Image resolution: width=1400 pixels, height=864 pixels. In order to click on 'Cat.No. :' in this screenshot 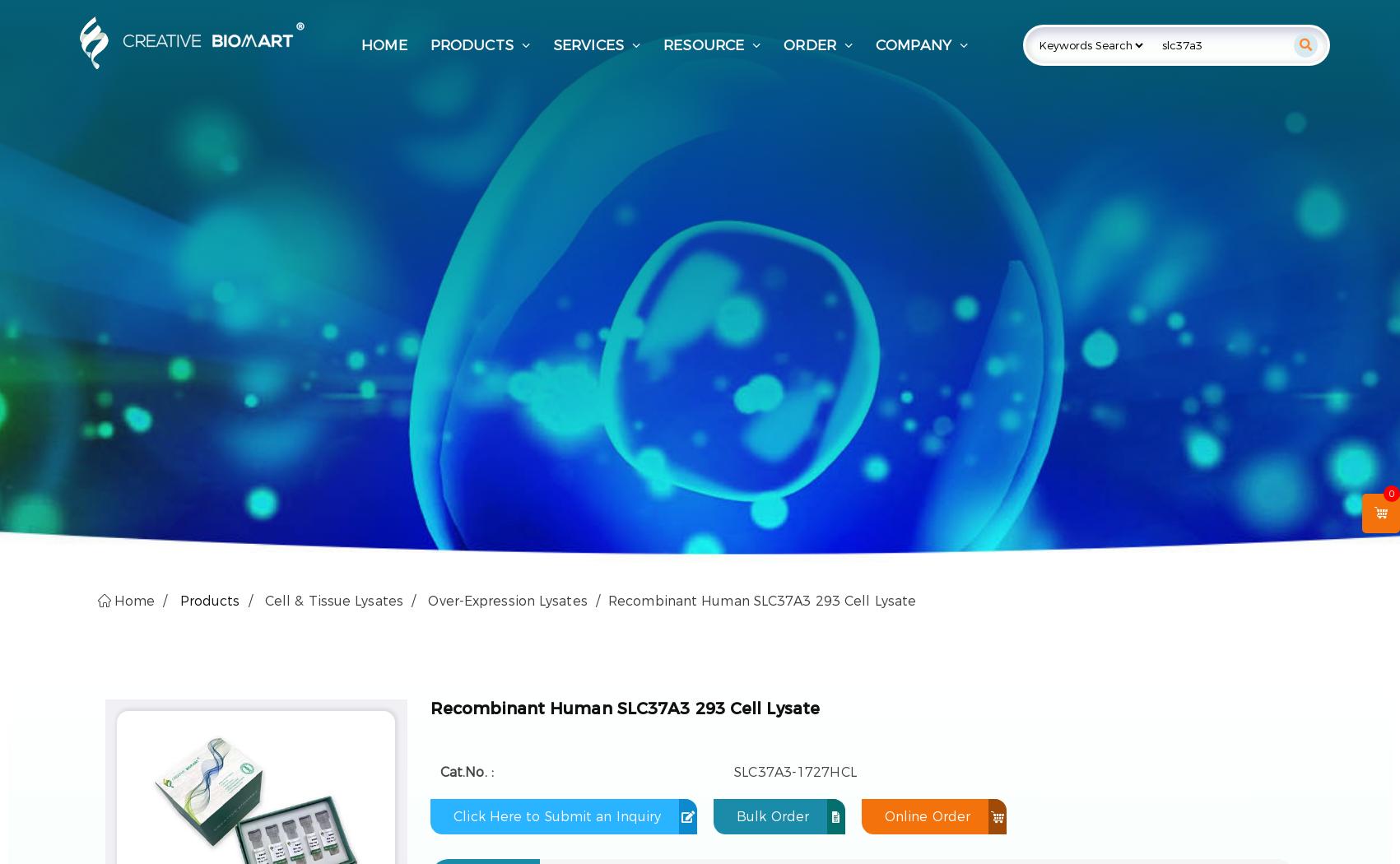, I will do `click(466, 771)`.